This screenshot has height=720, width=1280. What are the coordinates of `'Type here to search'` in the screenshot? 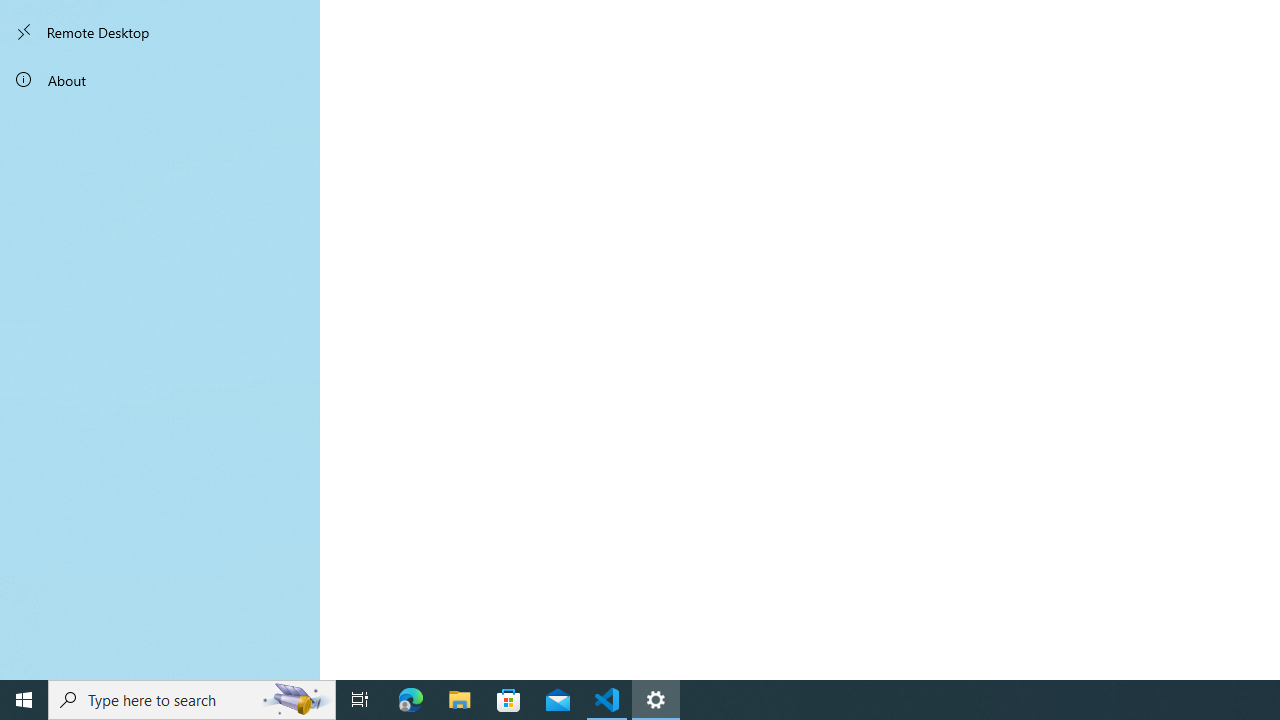 It's located at (192, 698).